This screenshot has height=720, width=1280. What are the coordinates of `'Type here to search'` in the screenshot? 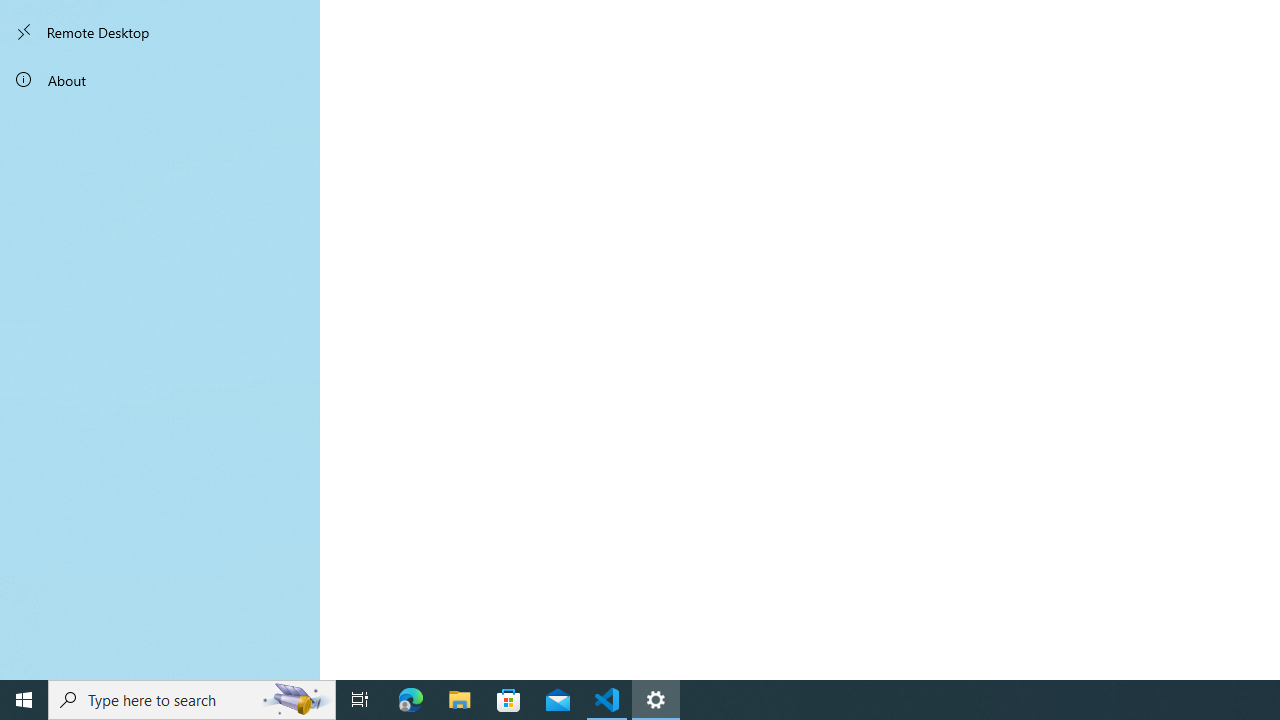 It's located at (192, 698).